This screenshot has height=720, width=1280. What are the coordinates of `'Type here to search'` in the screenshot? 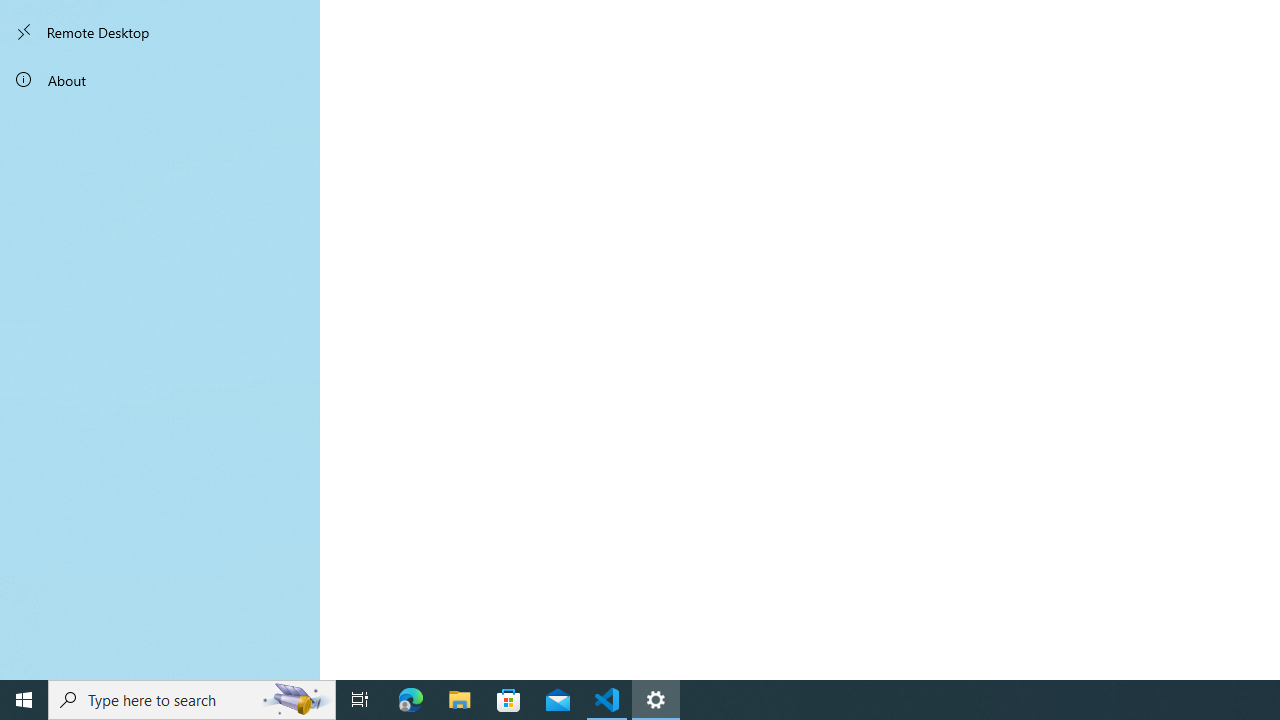 It's located at (192, 698).